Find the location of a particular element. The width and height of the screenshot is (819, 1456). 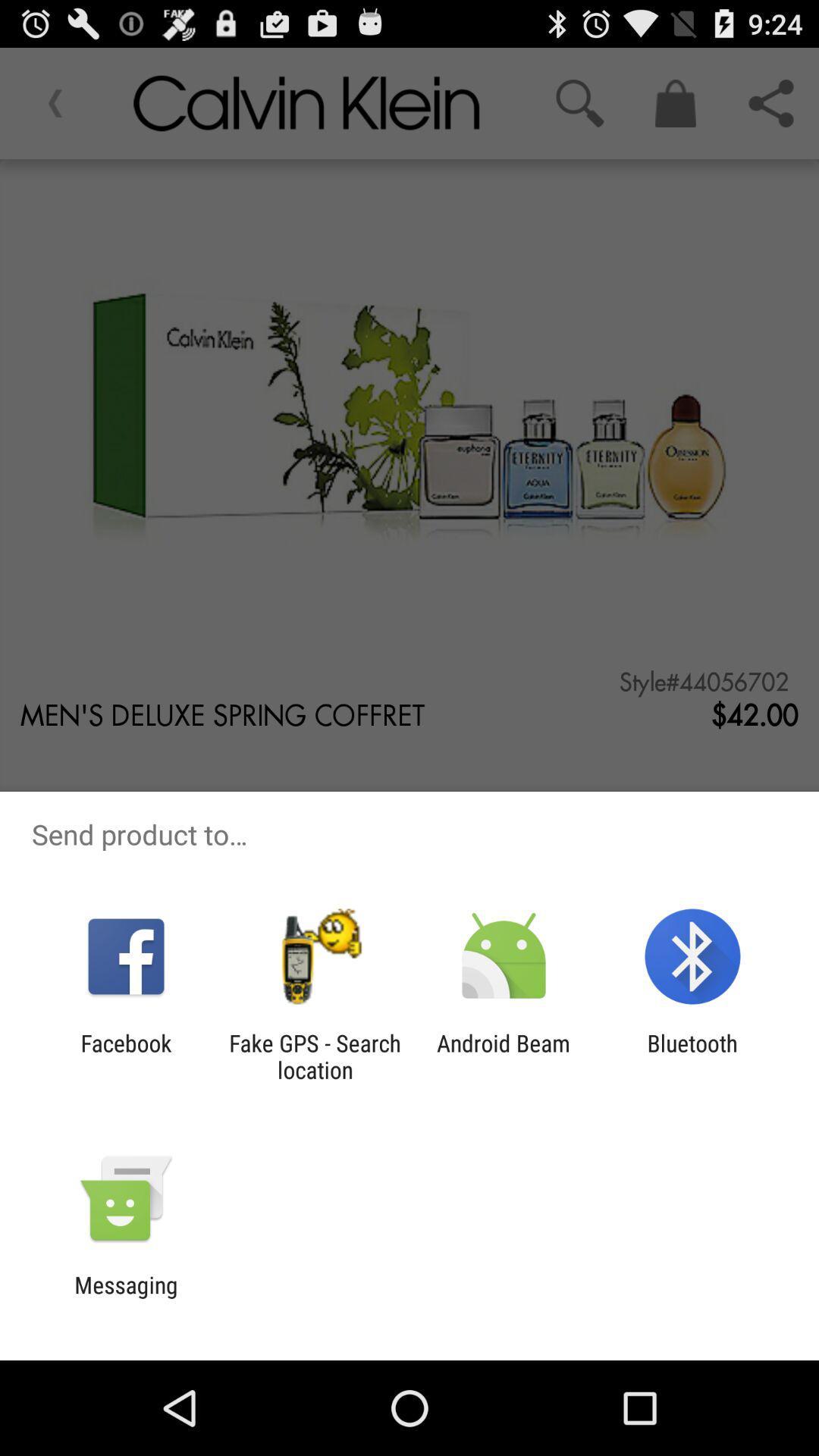

facebook app is located at coordinates (125, 1056).